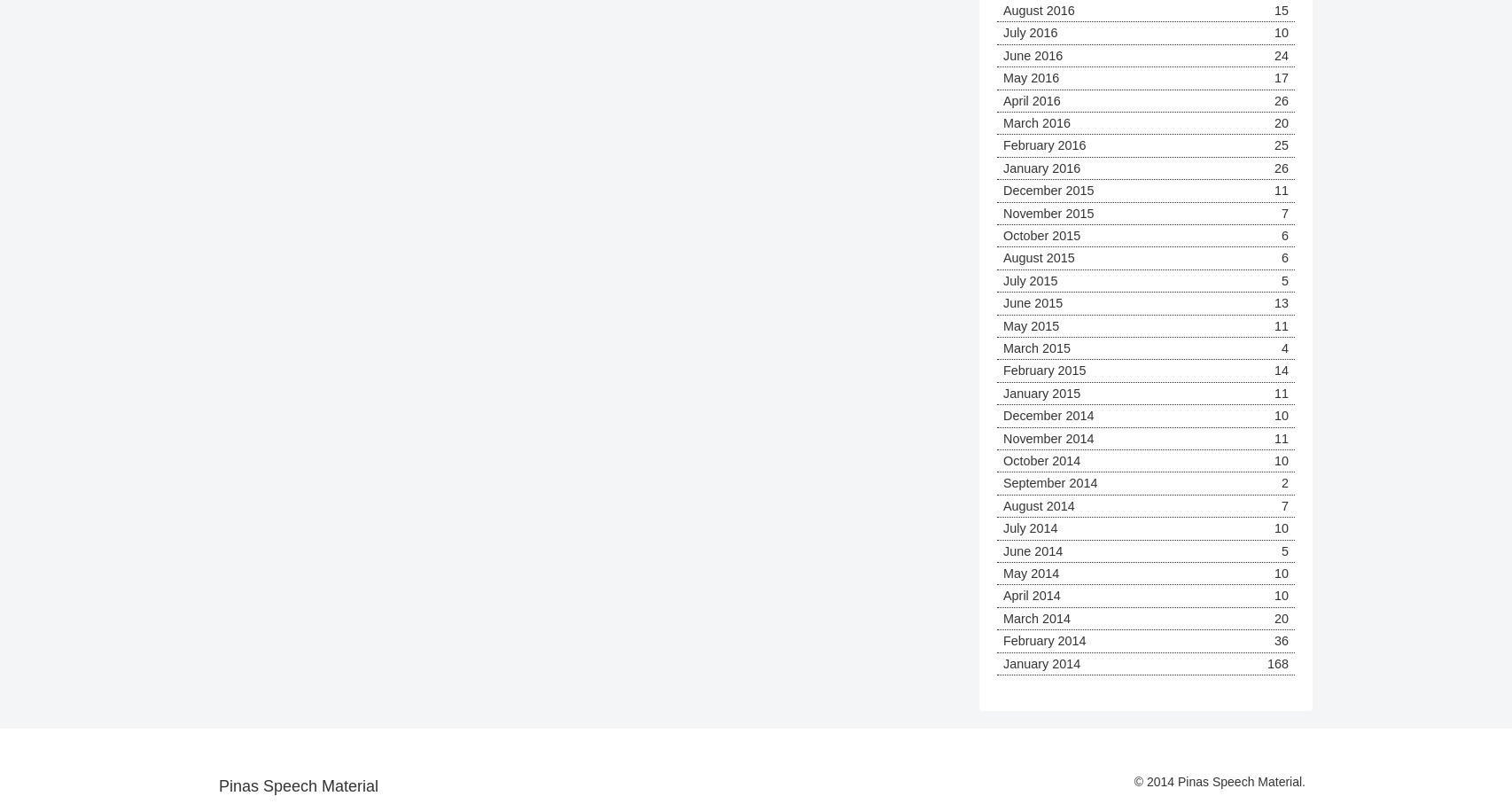 The image size is (1512, 804). Describe the element at coordinates (1280, 302) in the screenshot. I see `'13'` at that location.